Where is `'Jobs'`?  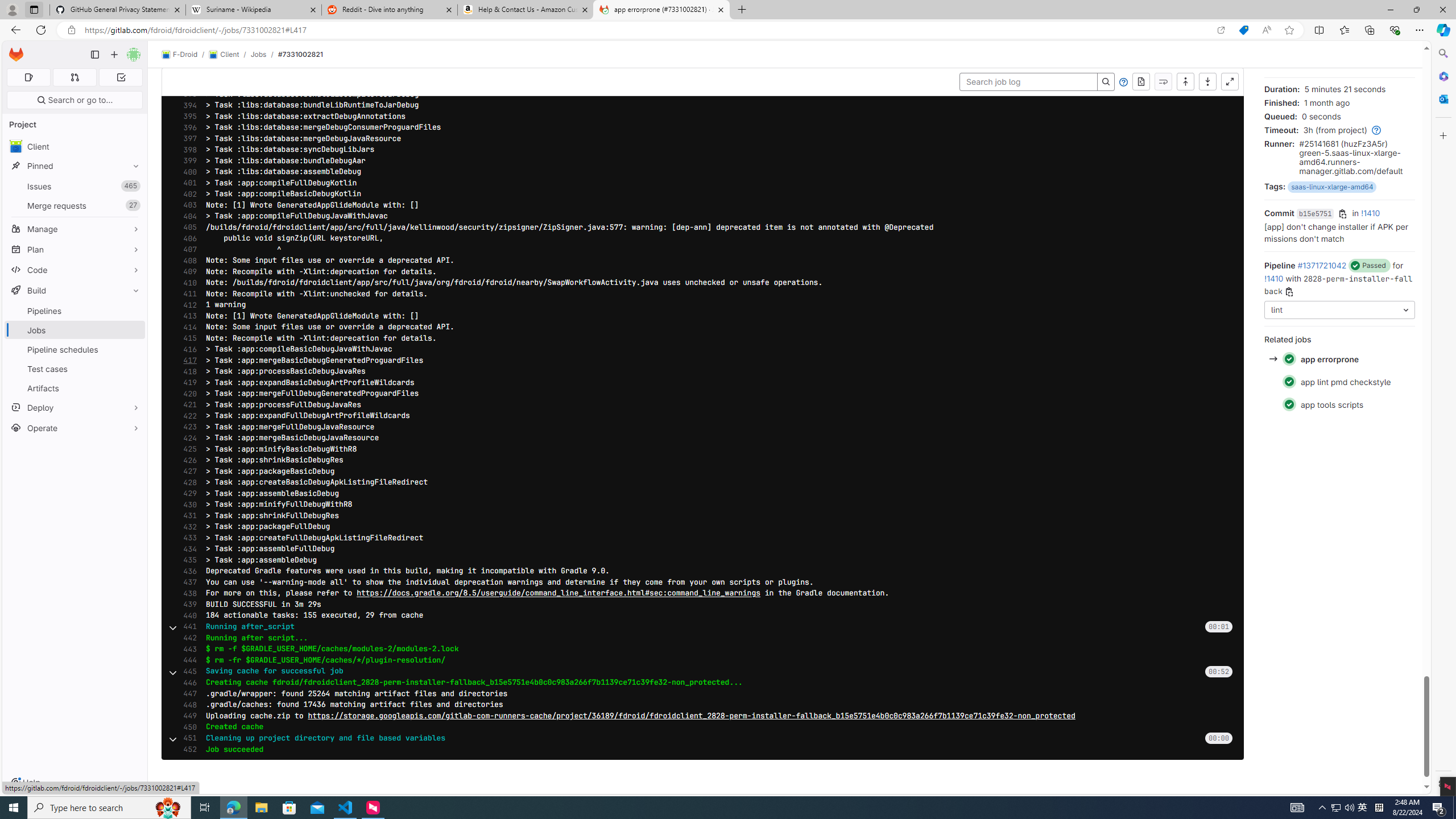 'Jobs' is located at coordinates (258, 54).